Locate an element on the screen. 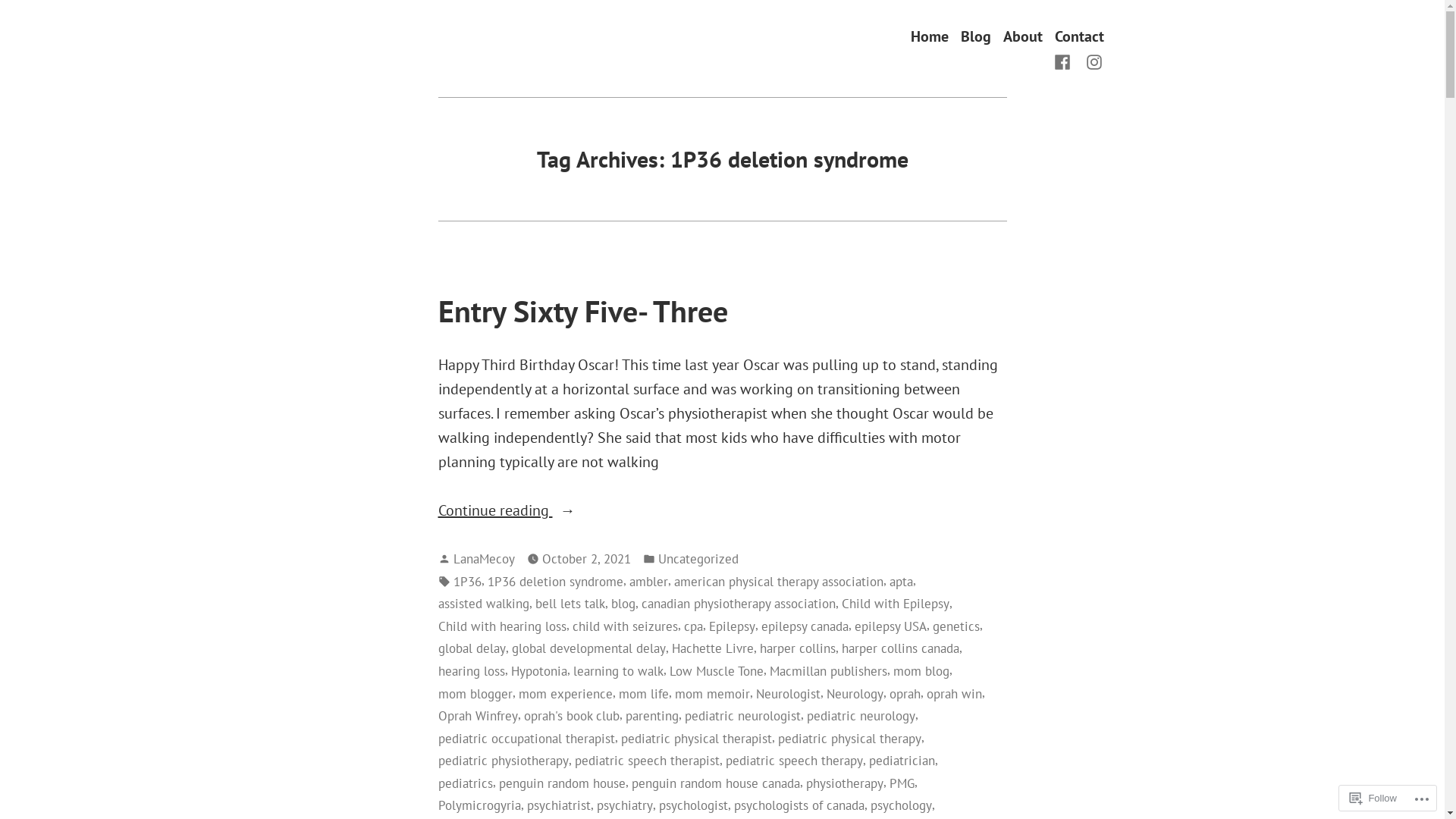 This screenshot has height=819, width=1456. 'hearing loss' is located at coordinates (471, 670).